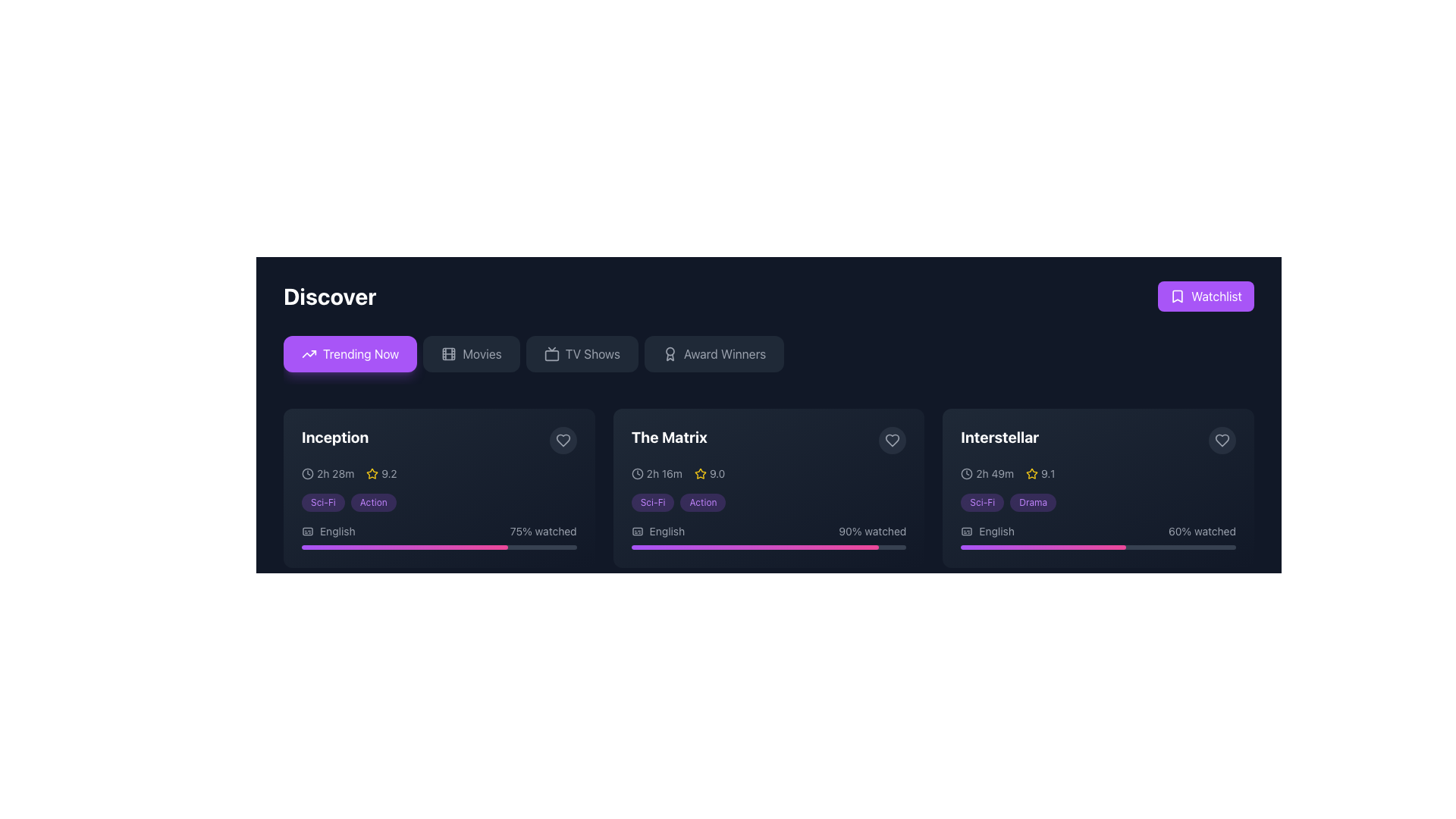 This screenshot has height=819, width=1456. Describe the element at coordinates (591, 353) in the screenshot. I see `the text label within the navigational button for TV shows, which is the third button from the left in the navigation bar` at that location.